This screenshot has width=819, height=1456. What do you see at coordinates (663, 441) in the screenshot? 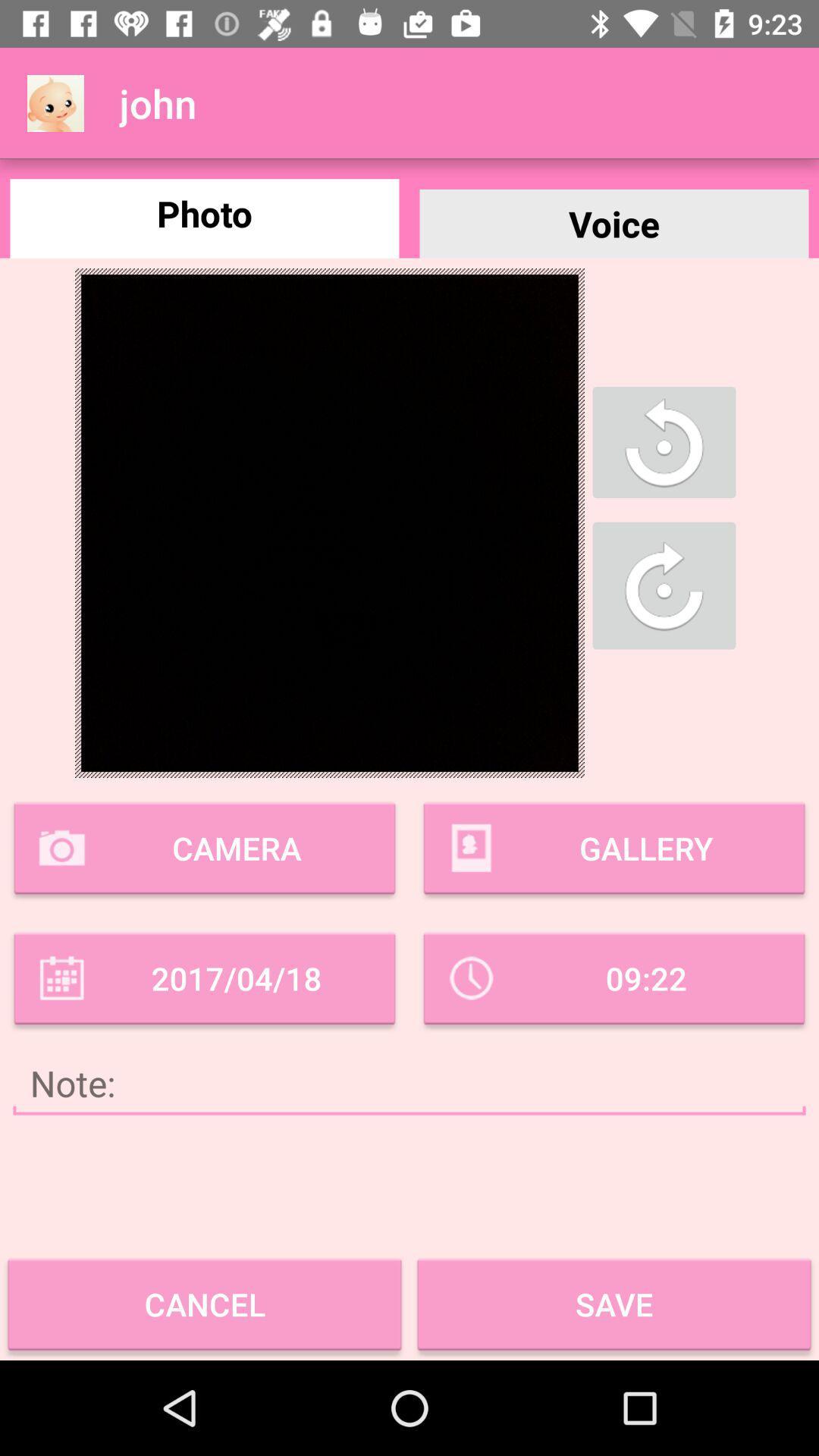
I see `undo` at bounding box center [663, 441].